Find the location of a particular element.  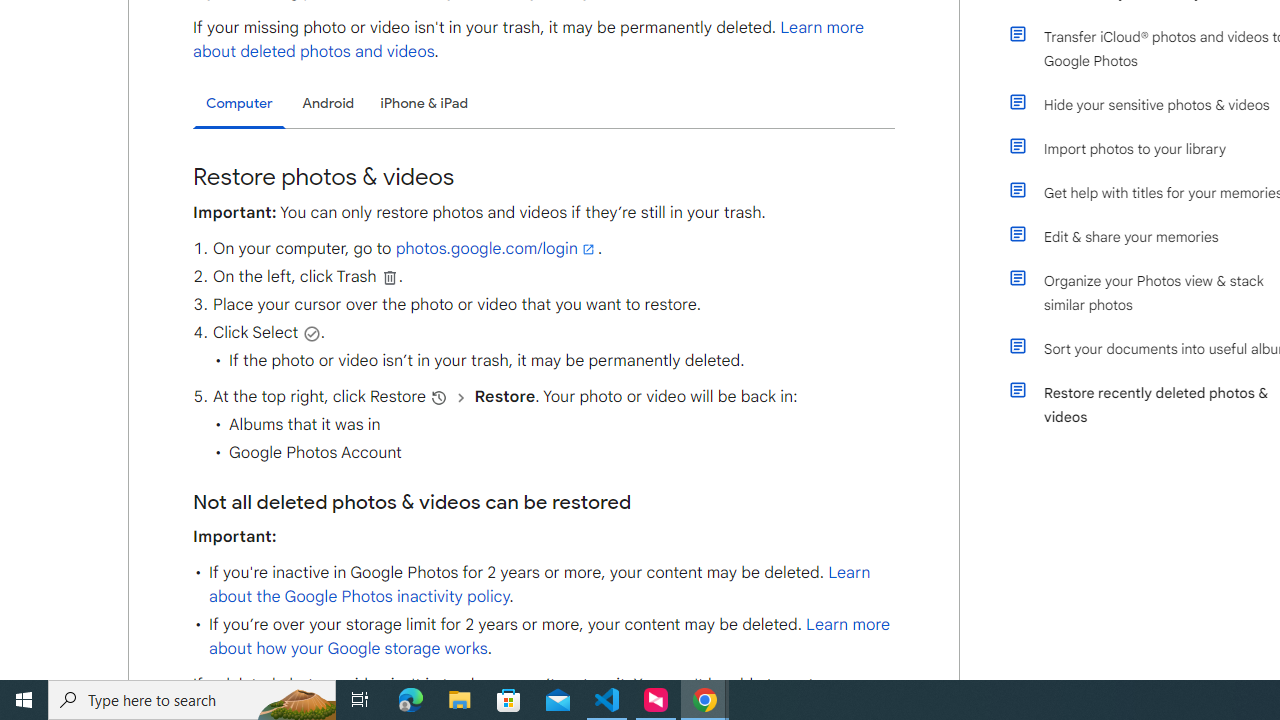

'Select' is located at coordinates (310, 332).